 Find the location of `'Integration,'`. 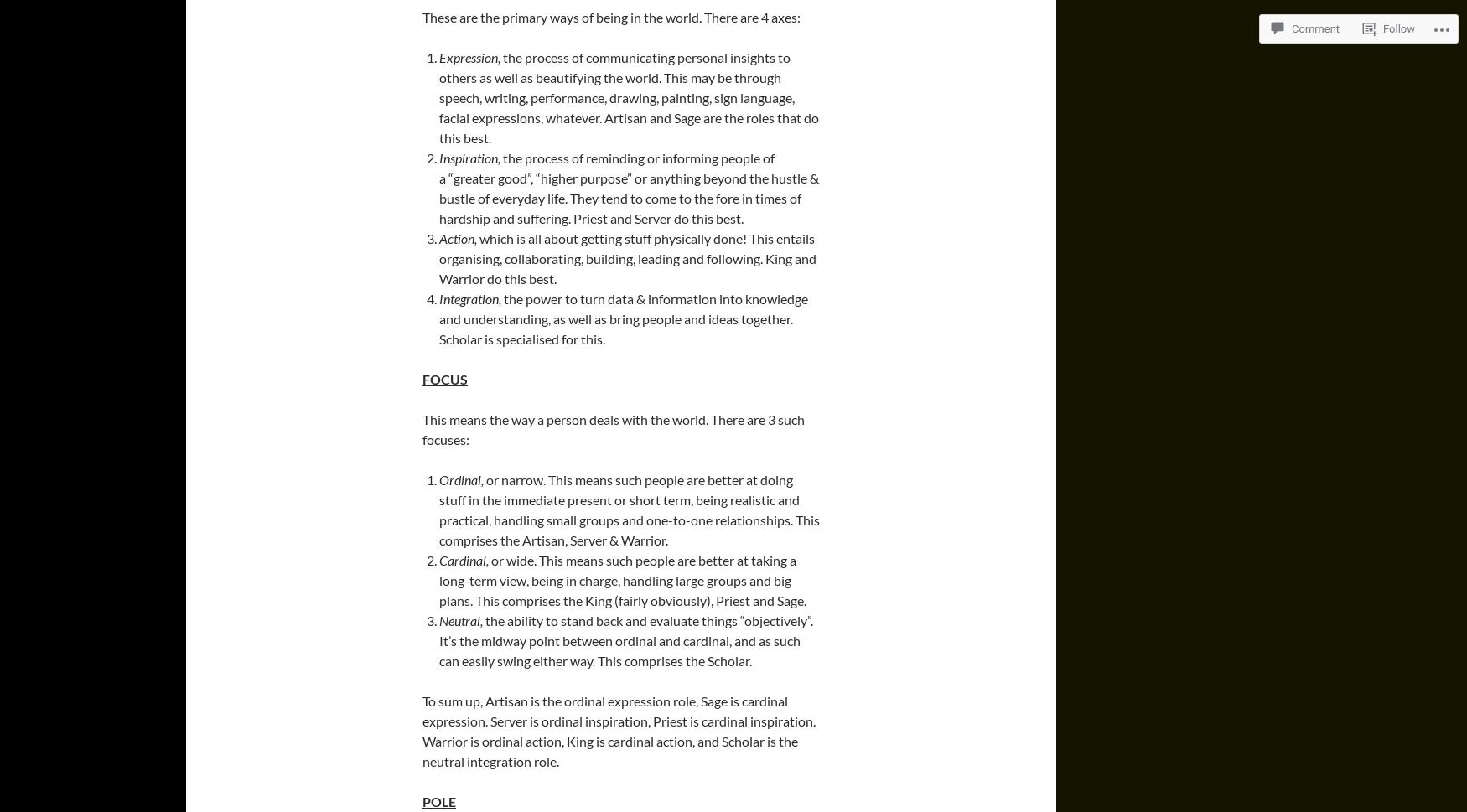

'Integration,' is located at coordinates (469, 298).